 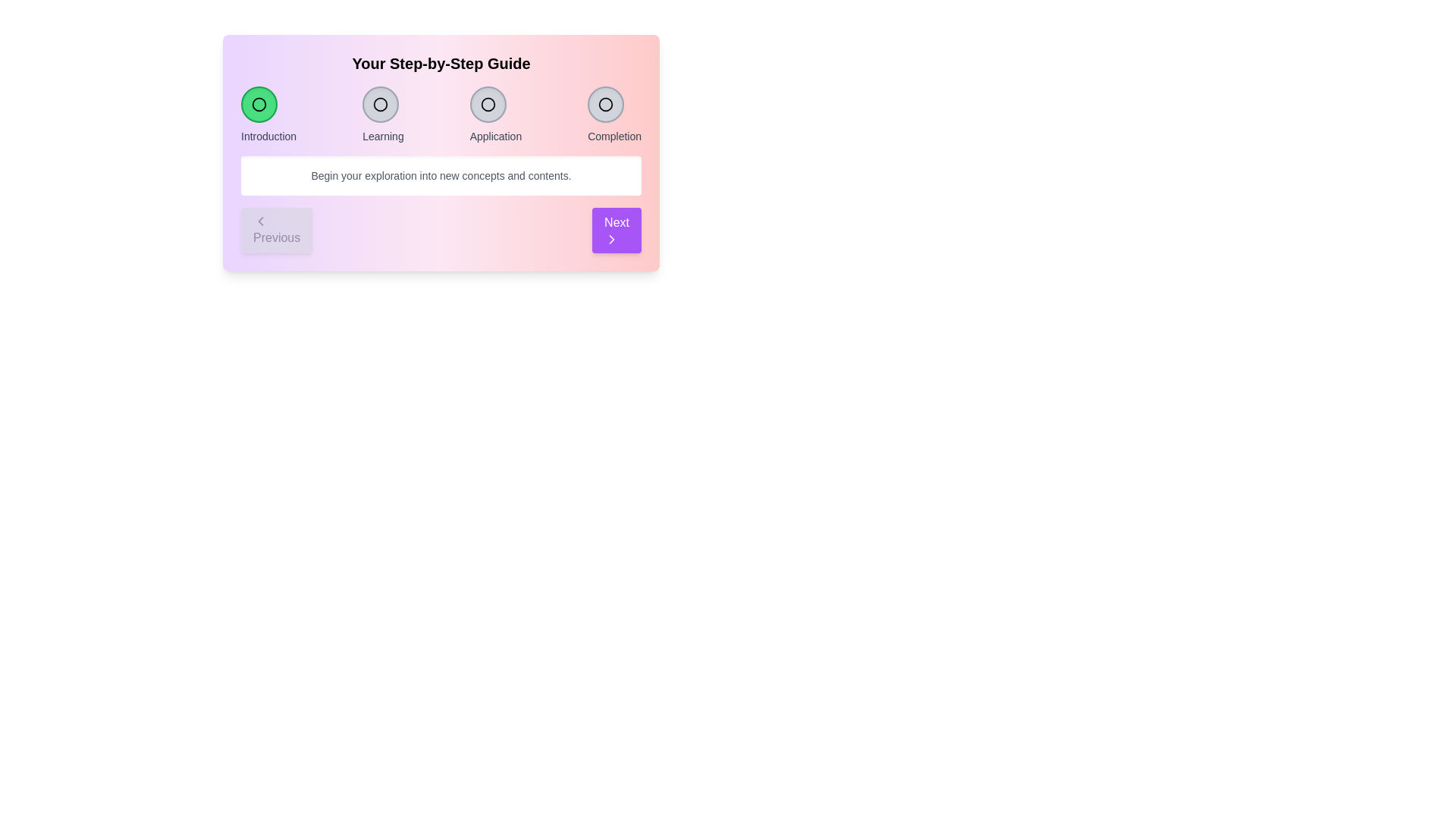 I want to click on the visual feedback on the thin outlined circular icon with class 'lucide lucide-circle', which is centered within the green button labeled 'Introduction' in the top-left of the UI, so click(x=259, y=104).